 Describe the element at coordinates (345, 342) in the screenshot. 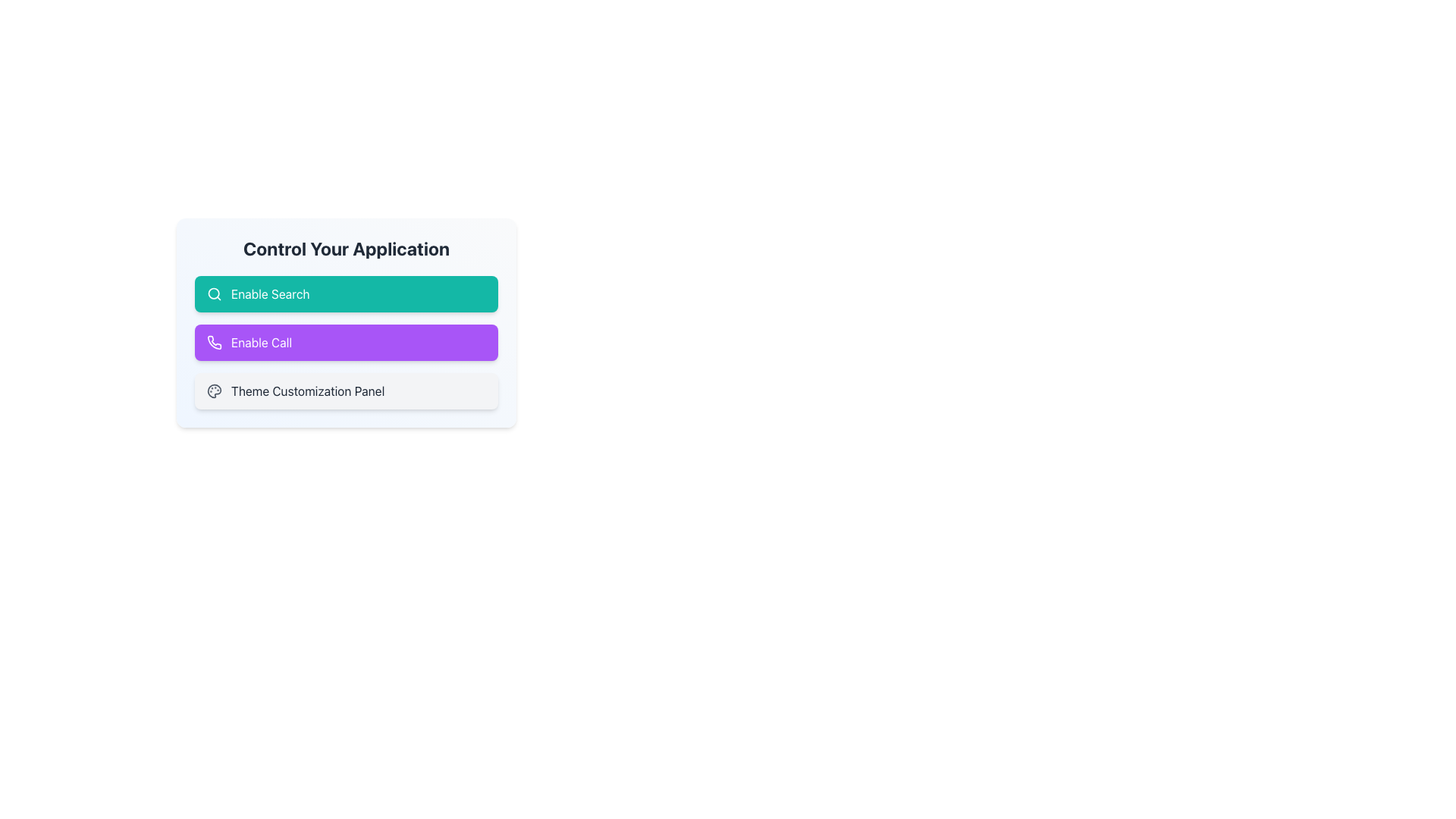

I see `the call functionality button located in the 'Control Your Application' panel, which is the second button in a vertical list` at that location.